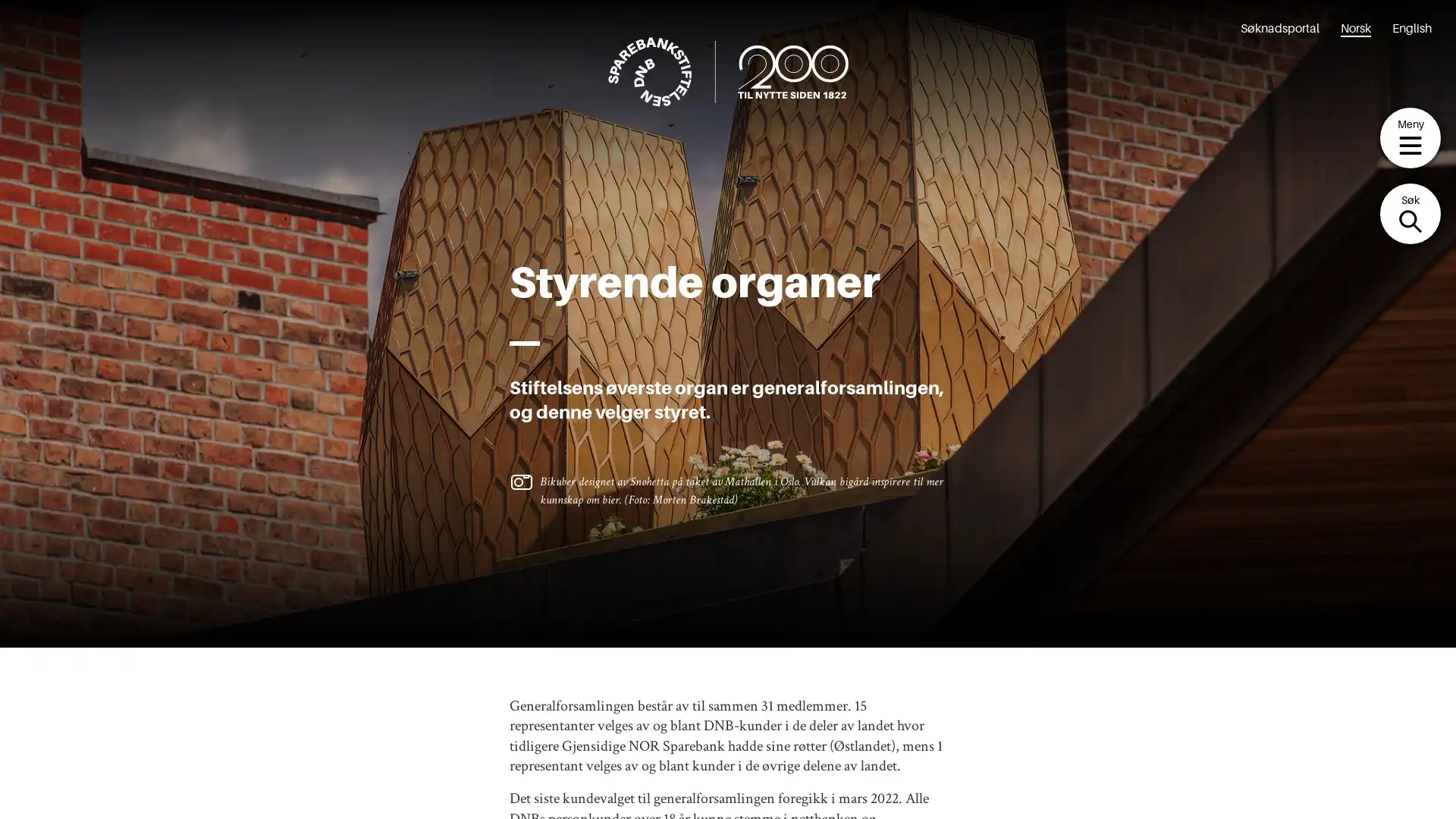 This screenshot has height=819, width=1456. I want to click on Vis leverandrer i denne kategorien, so click(619, 656).